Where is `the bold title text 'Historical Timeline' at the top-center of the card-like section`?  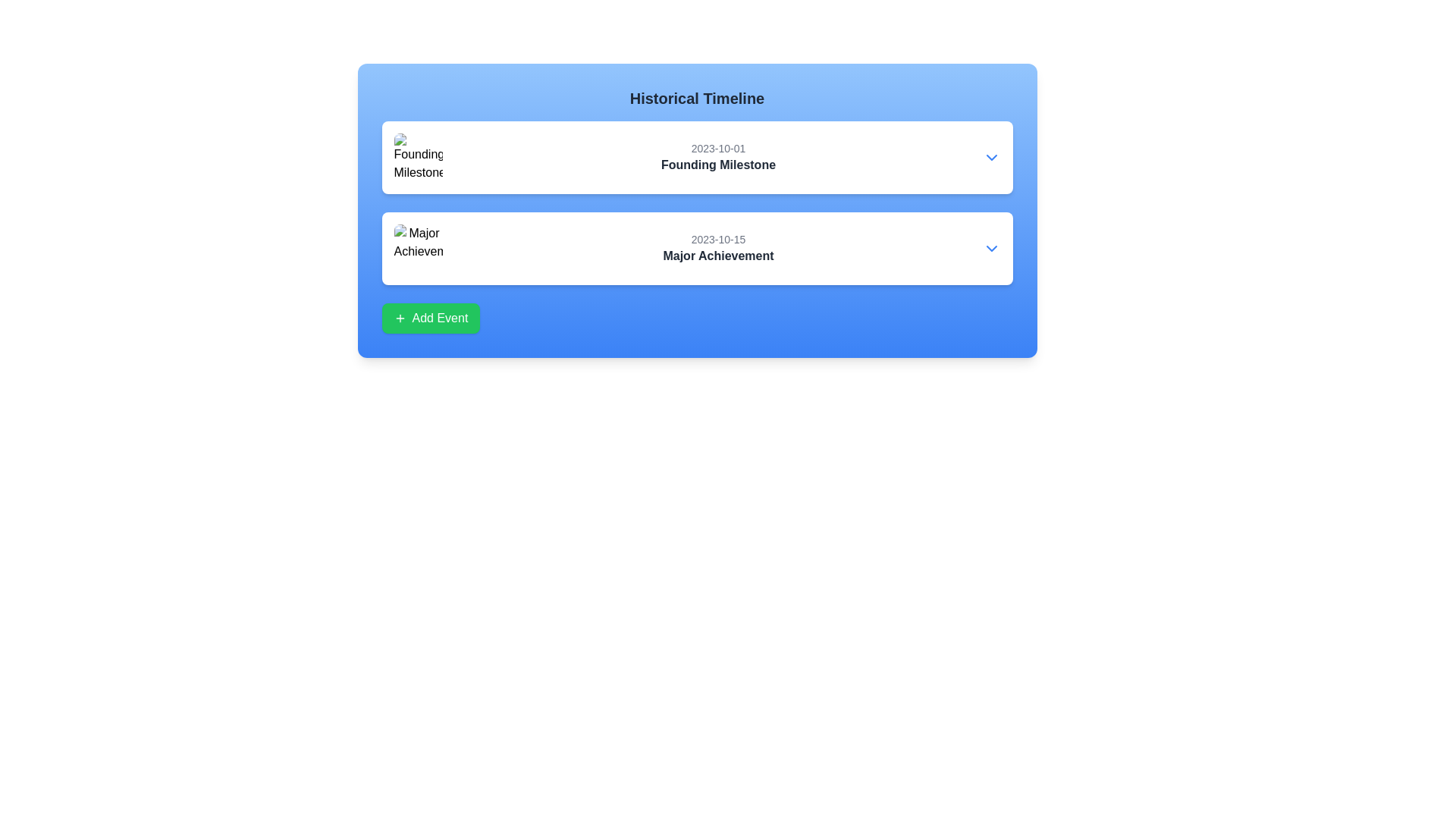
the bold title text 'Historical Timeline' at the top-center of the card-like section is located at coordinates (696, 99).